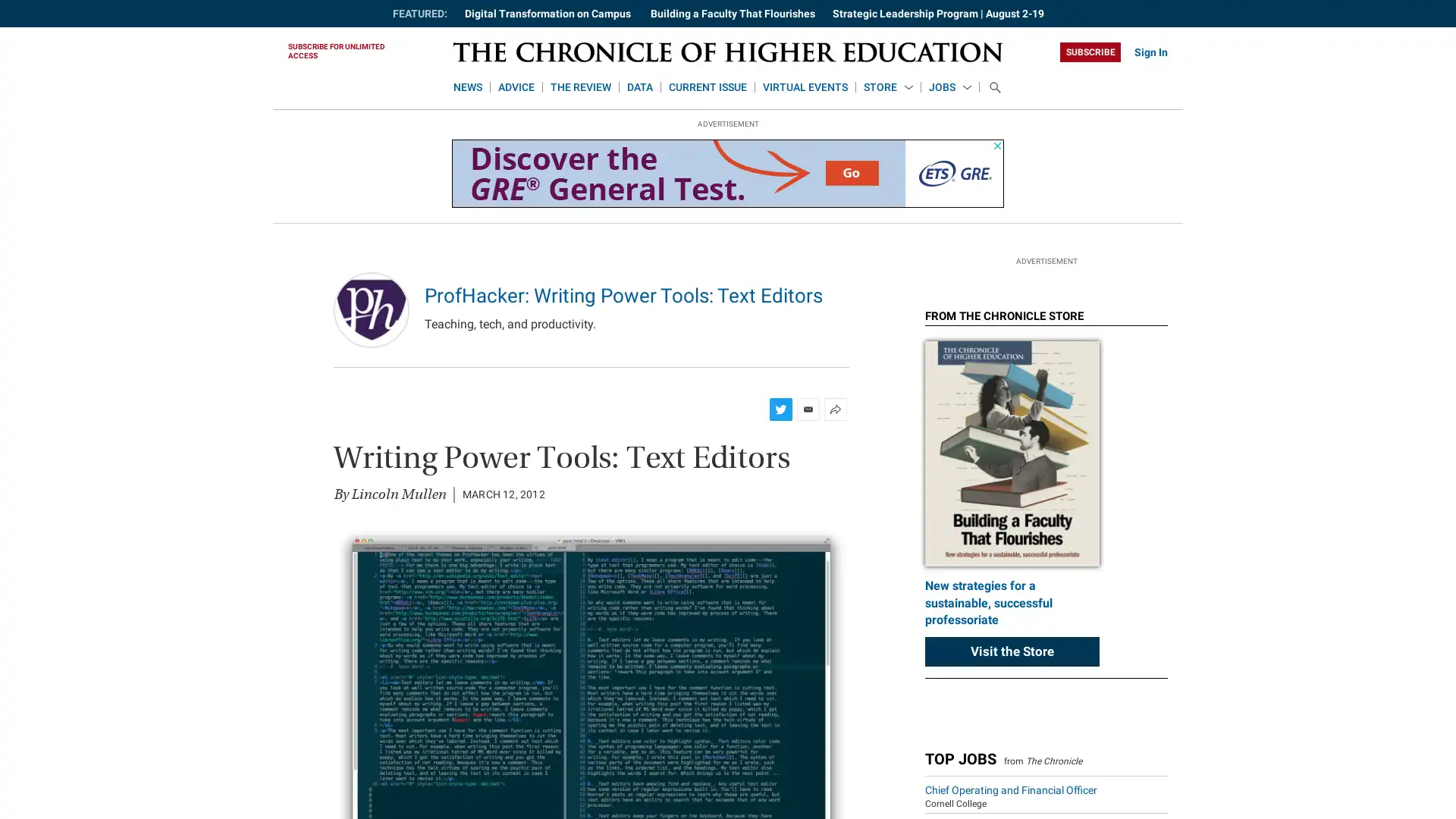  Describe the element at coordinates (908, 88) in the screenshot. I see `Open Sub Navigation` at that location.